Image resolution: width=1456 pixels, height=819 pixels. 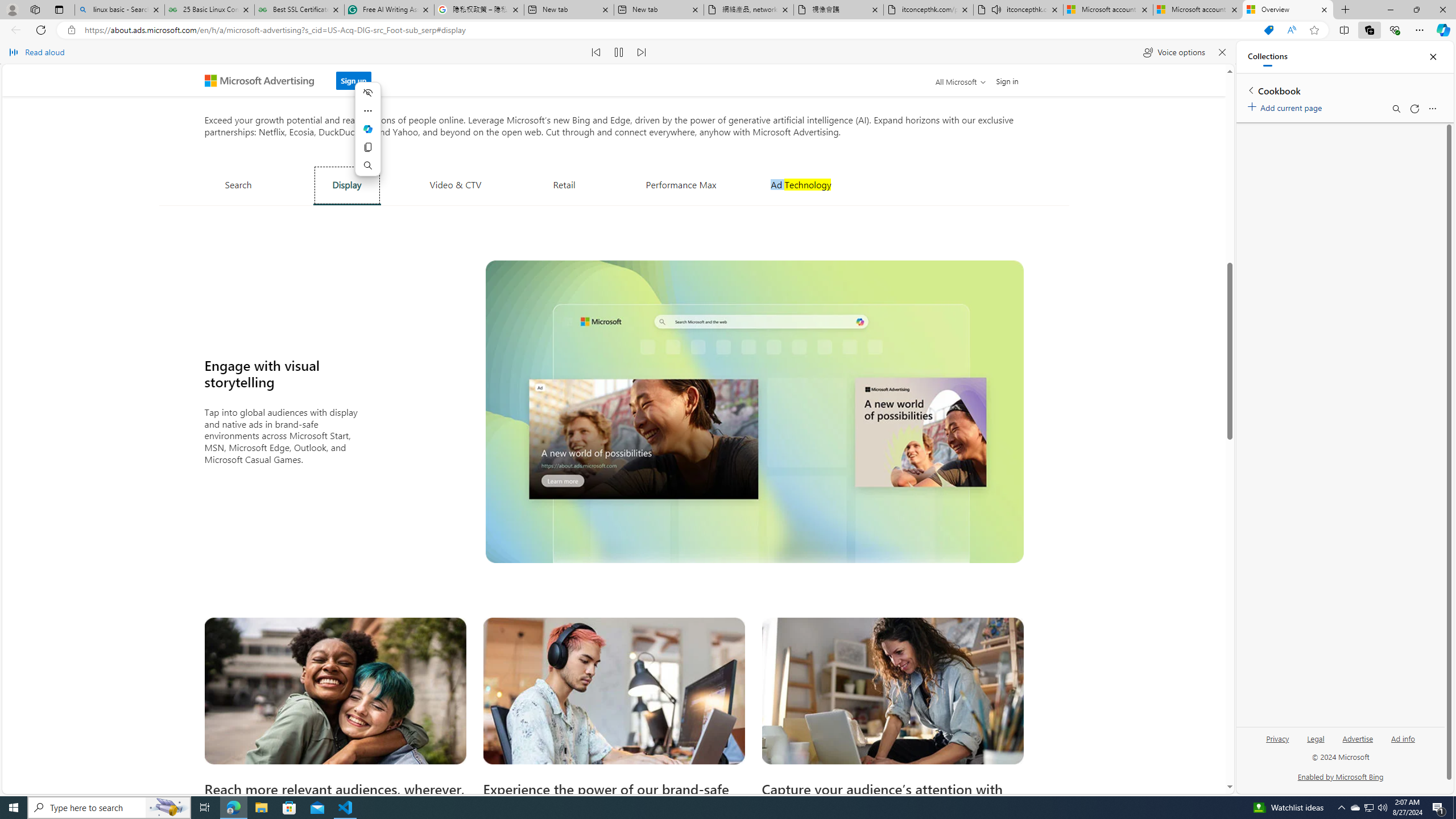 What do you see at coordinates (352, 80) in the screenshot?
I see `'Sign up'` at bounding box center [352, 80].